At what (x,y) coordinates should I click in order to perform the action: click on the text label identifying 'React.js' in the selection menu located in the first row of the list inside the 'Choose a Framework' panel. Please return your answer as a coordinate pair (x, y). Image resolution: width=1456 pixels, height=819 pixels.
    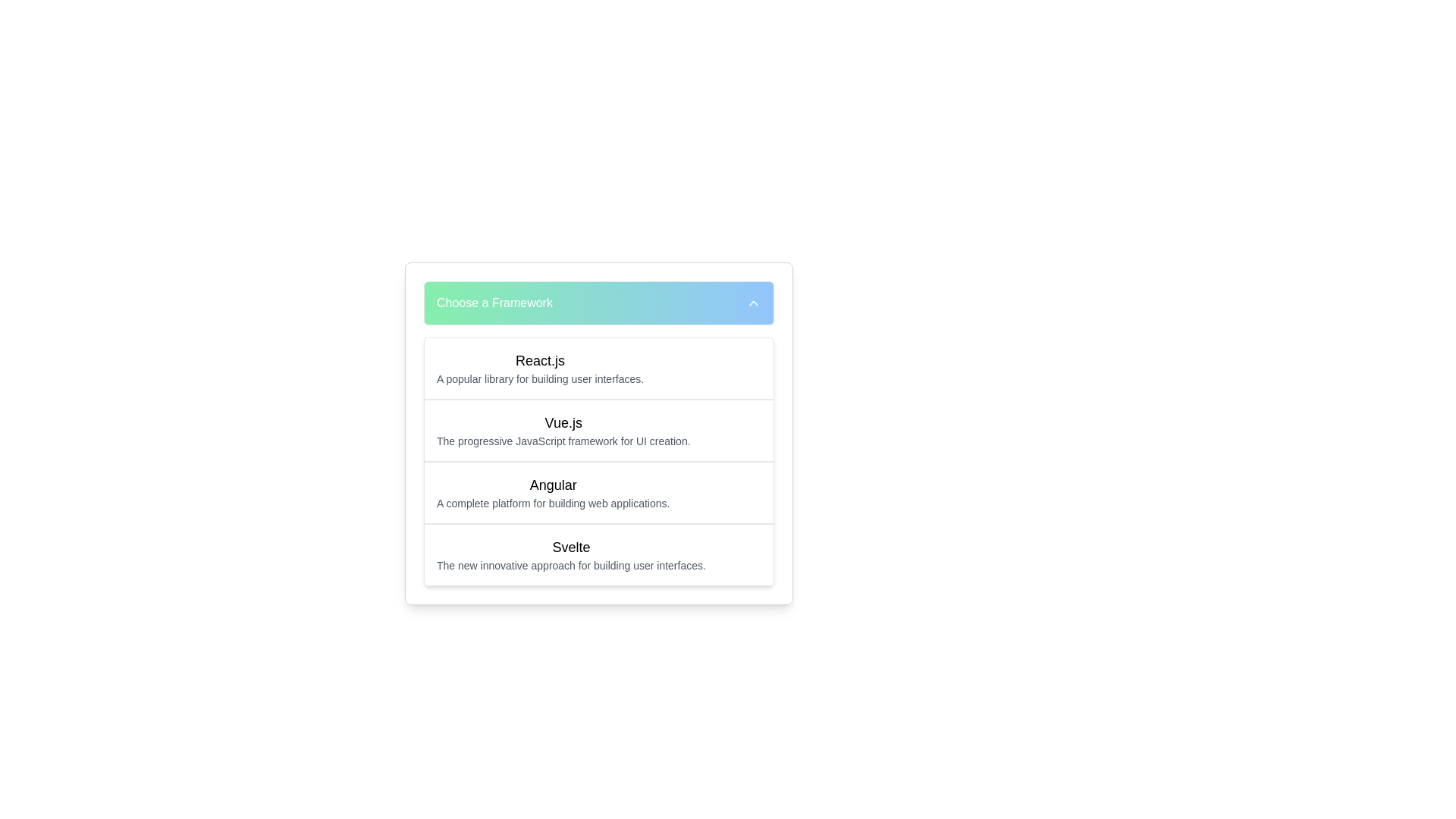
    Looking at the image, I should click on (540, 360).